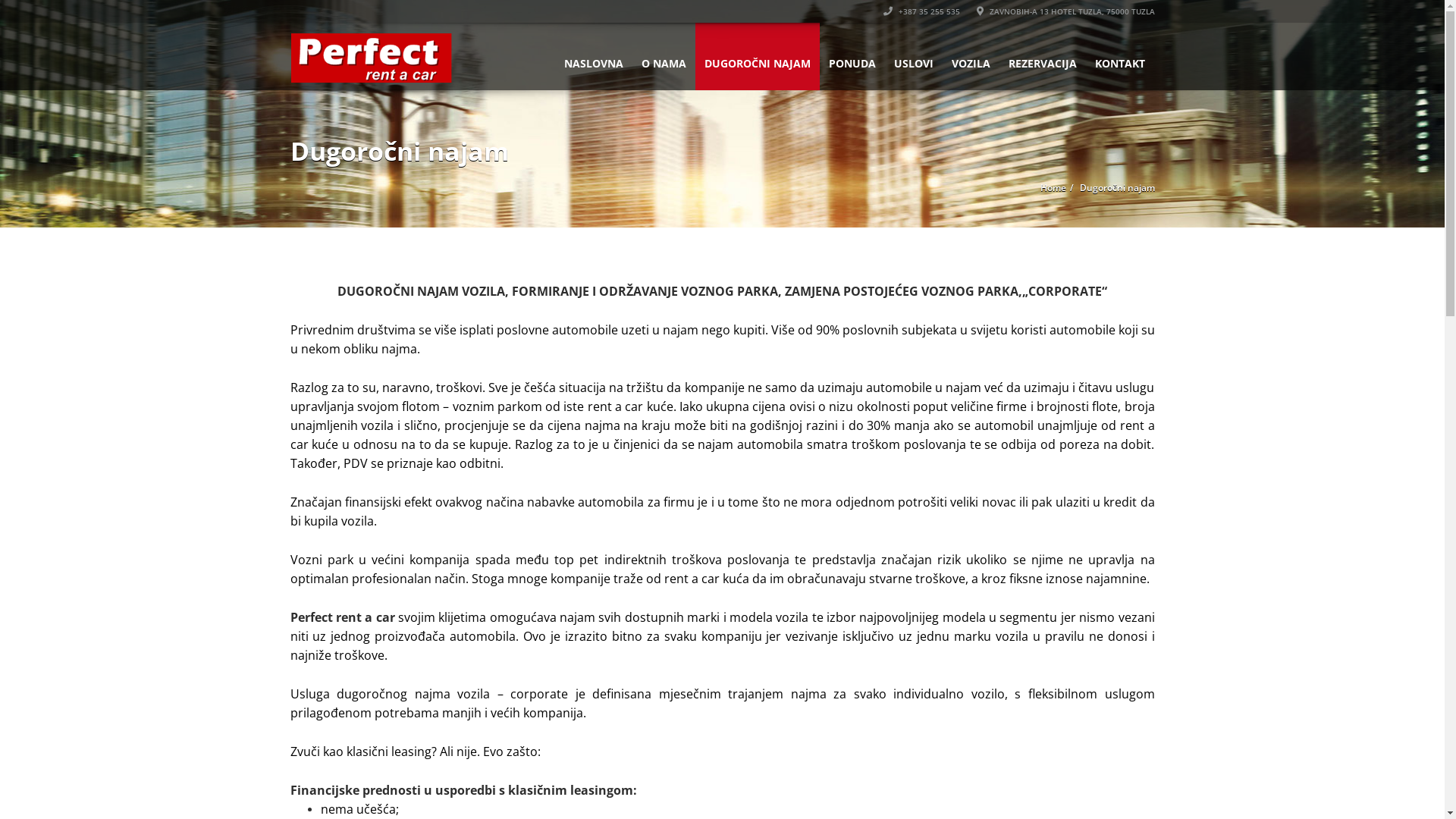 The width and height of the screenshot is (1456, 819). I want to click on 'PONUDA', so click(852, 55).